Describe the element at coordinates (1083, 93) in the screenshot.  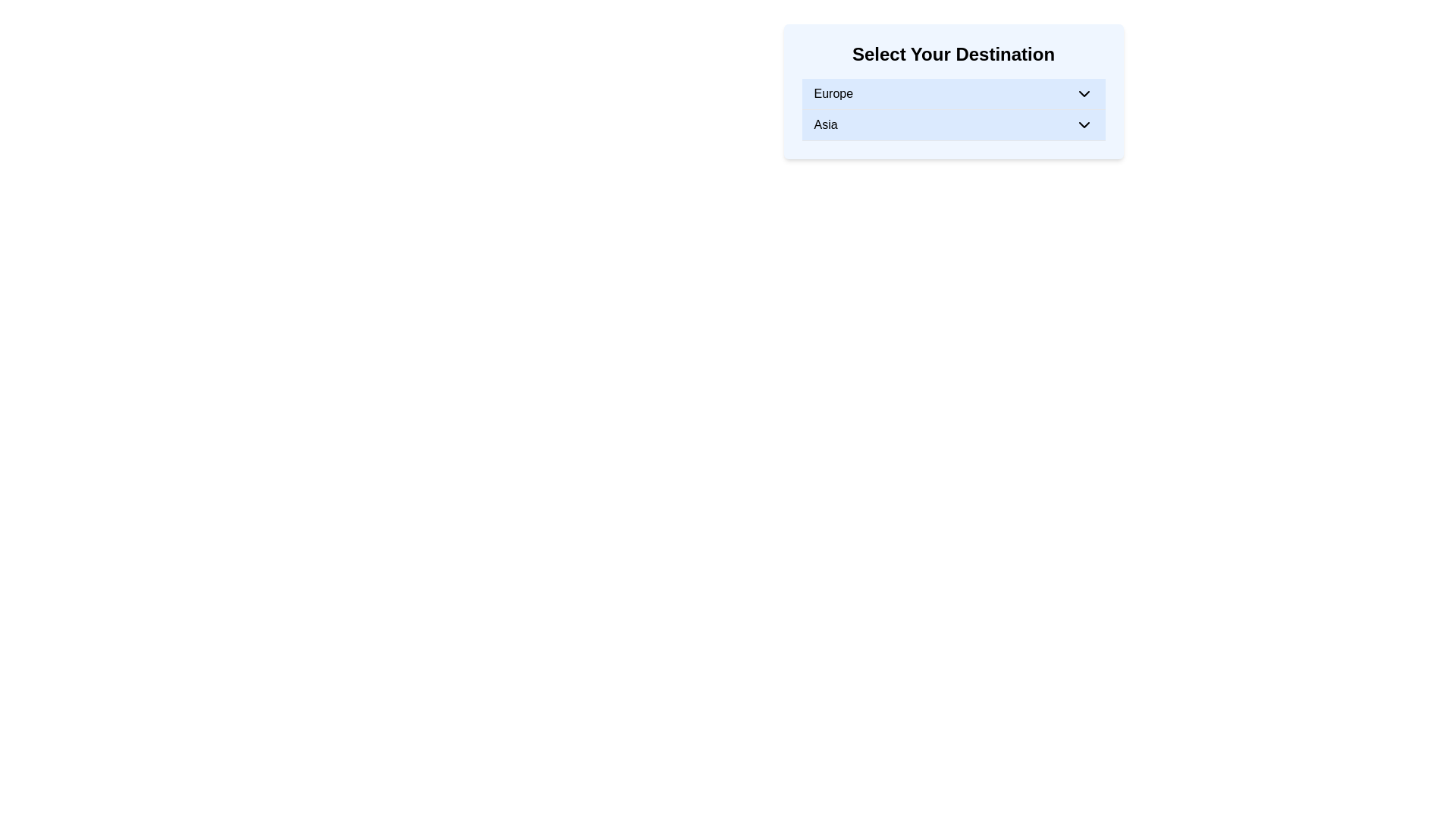
I see `the expand/collapse icon located to the right of the 'Europe' dropdown item in the 'Select Your Destination' dialog box` at that location.